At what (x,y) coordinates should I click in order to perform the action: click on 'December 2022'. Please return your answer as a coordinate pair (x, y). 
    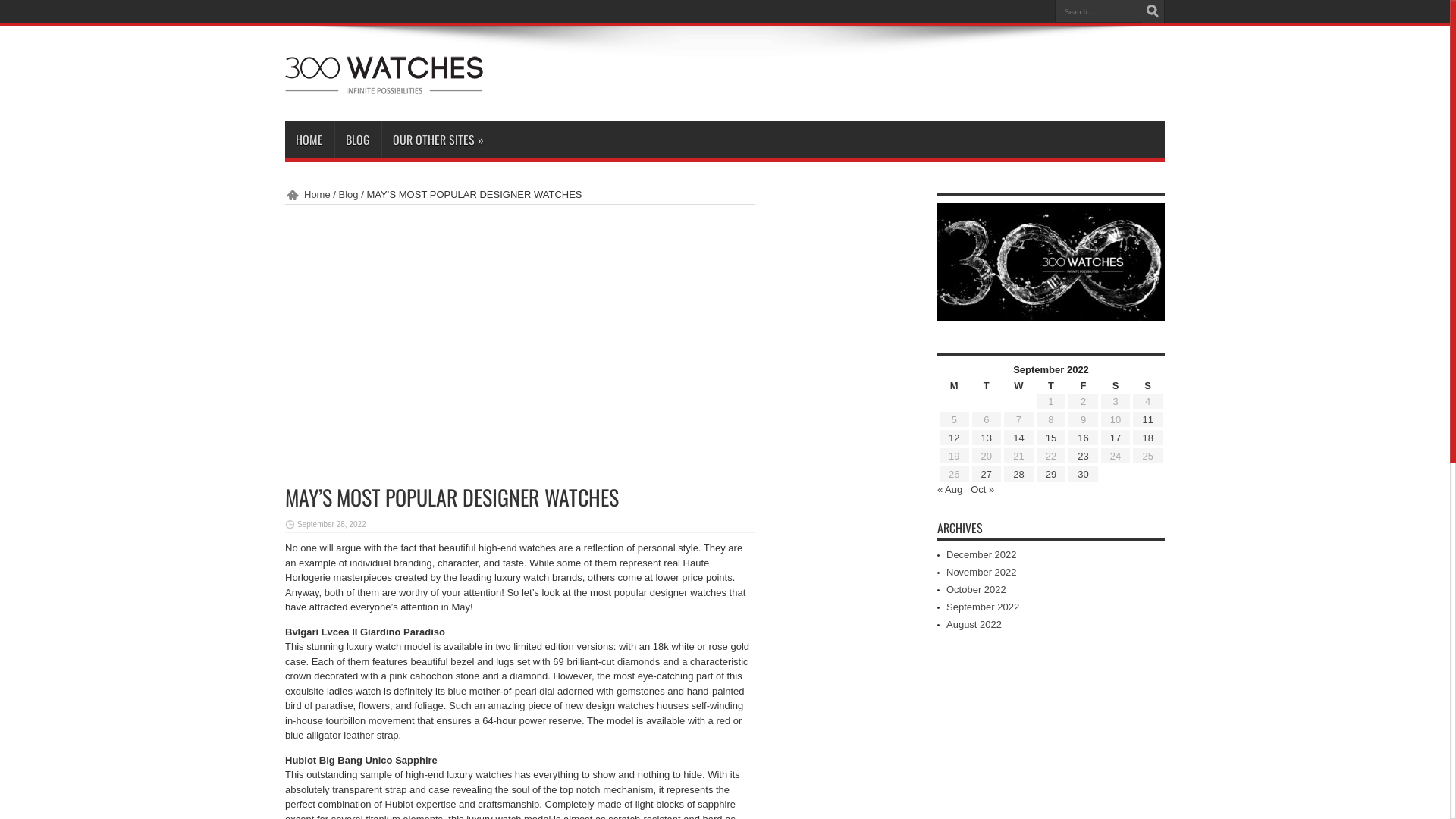
    Looking at the image, I should click on (981, 554).